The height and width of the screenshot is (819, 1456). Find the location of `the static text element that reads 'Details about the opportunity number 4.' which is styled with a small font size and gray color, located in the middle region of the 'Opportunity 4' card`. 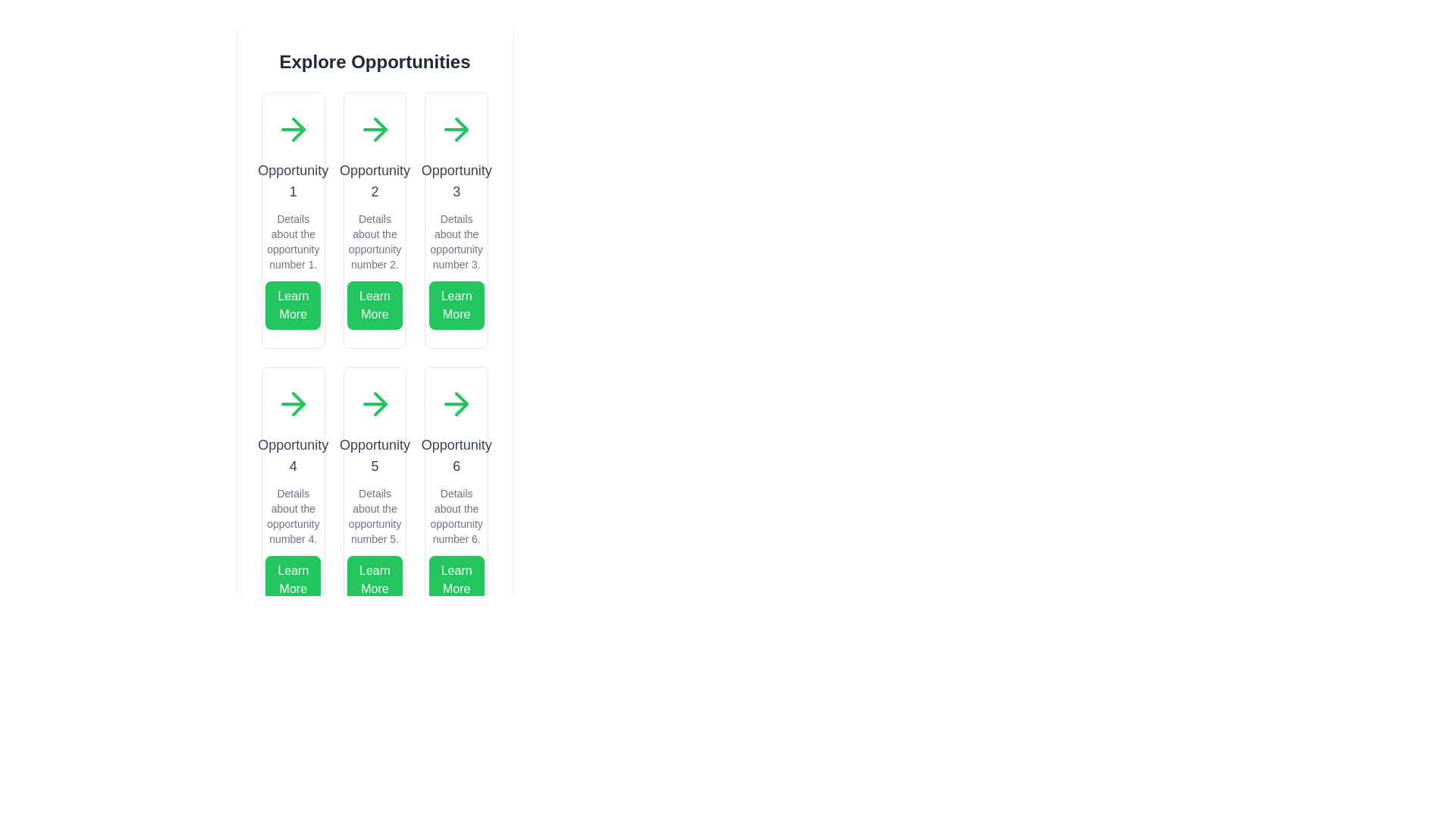

the static text element that reads 'Details about the opportunity number 4.' which is styled with a small font size and gray color, located in the middle region of the 'Opportunity 4' card is located at coordinates (293, 516).